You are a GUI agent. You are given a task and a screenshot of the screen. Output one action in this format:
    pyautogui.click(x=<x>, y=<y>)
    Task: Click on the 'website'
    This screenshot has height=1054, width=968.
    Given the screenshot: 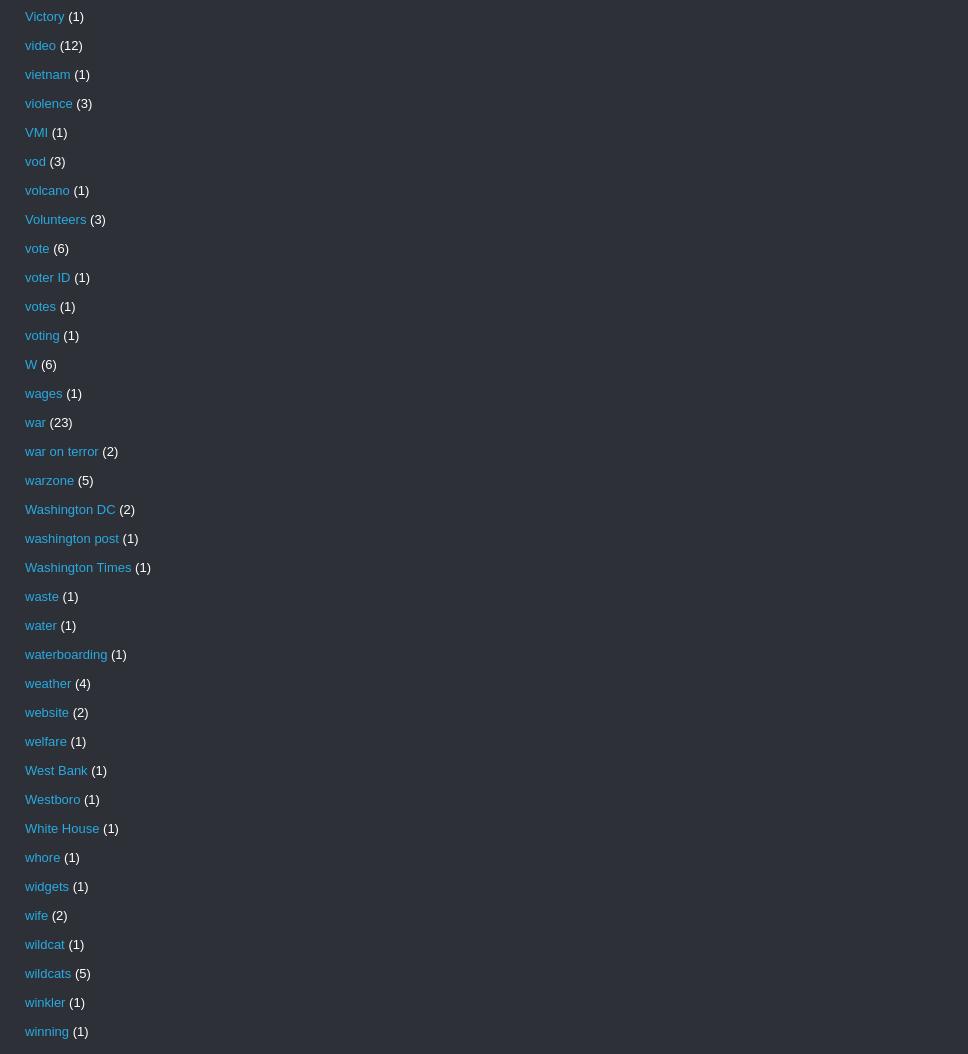 What is the action you would take?
    pyautogui.click(x=46, y=711)
    